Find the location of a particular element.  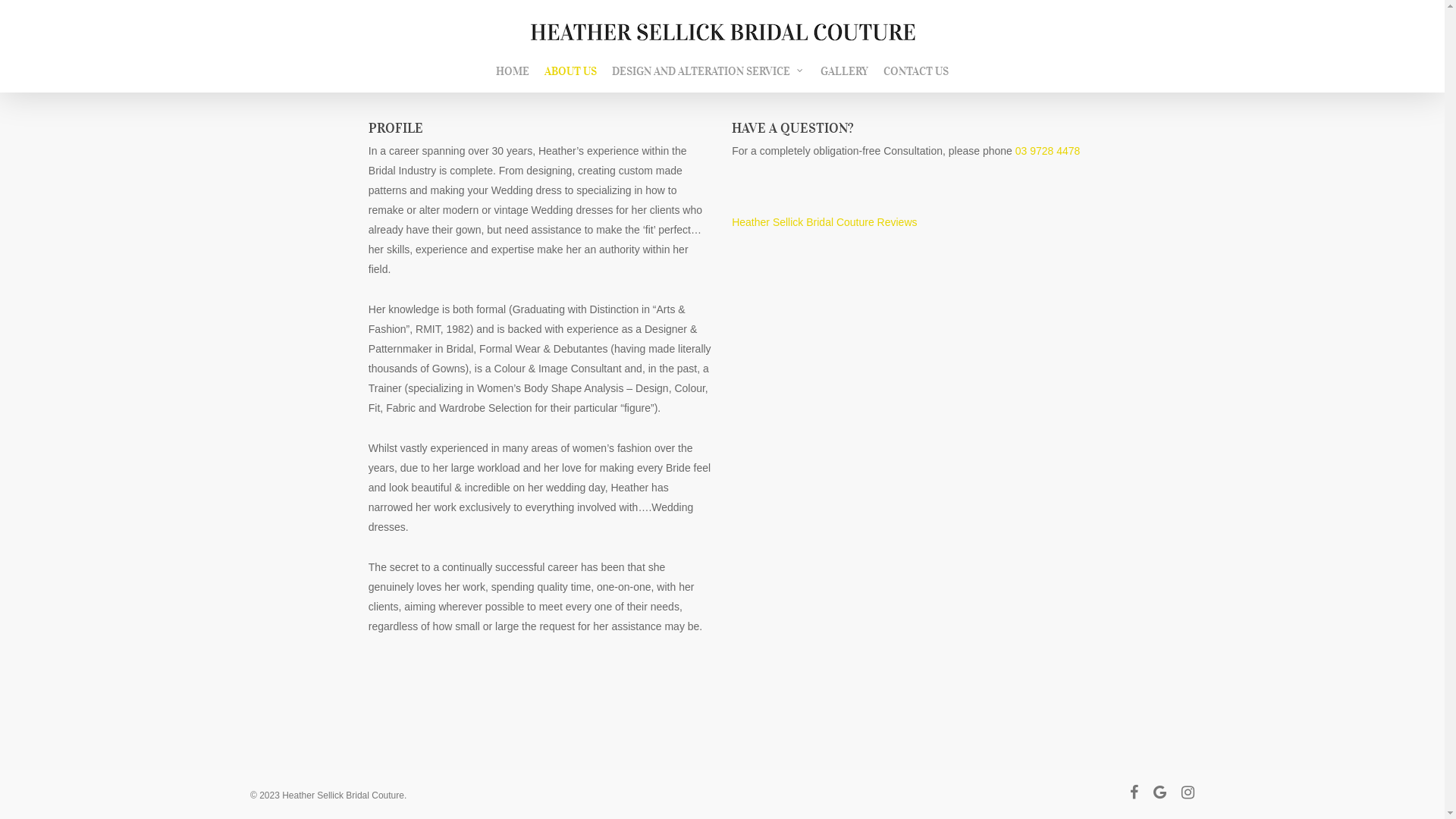

'03 9728 4478' is located at coordinates (1047, 151).